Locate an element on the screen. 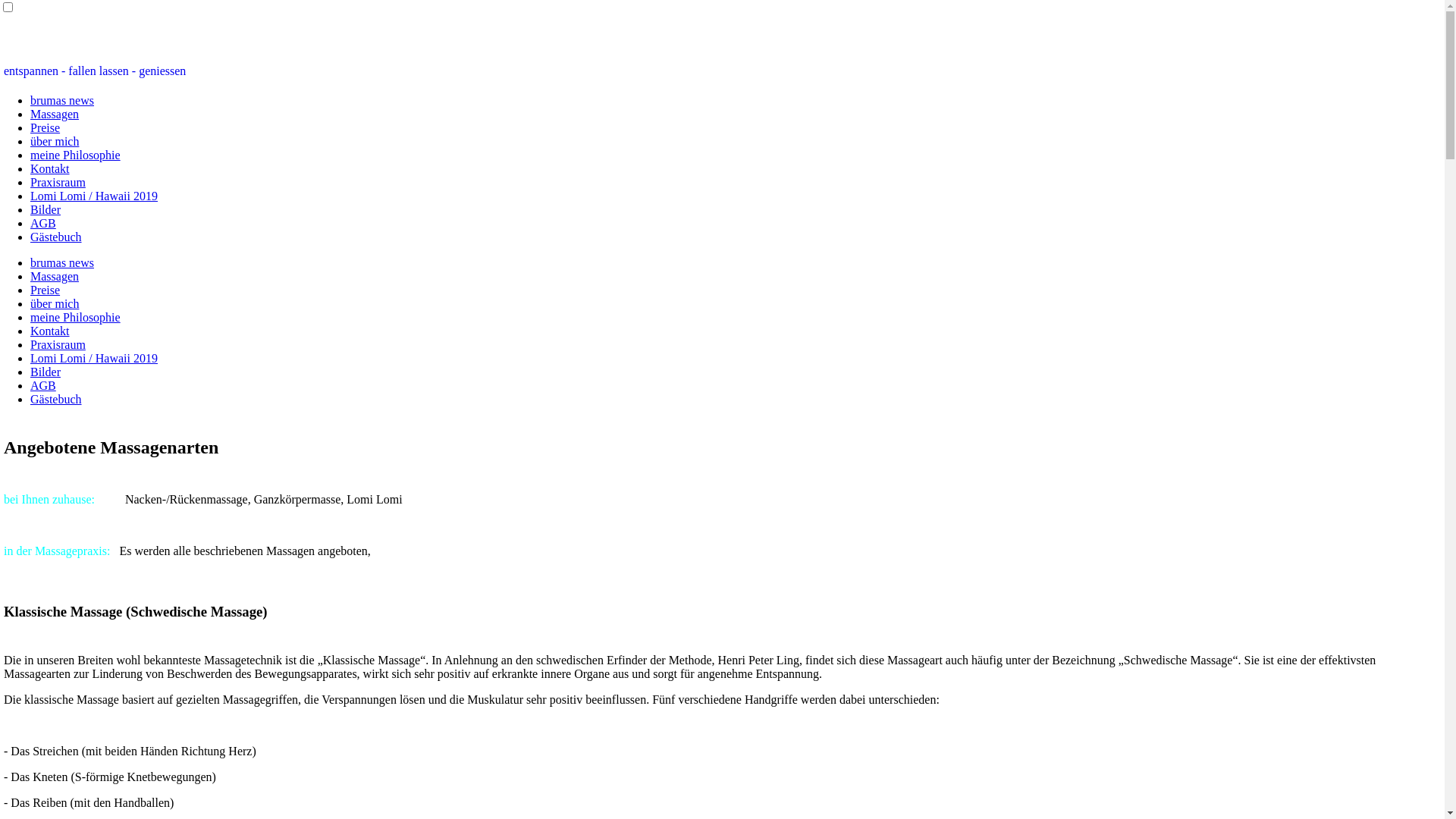  'Massagen' is located at coordinates (55, 113).